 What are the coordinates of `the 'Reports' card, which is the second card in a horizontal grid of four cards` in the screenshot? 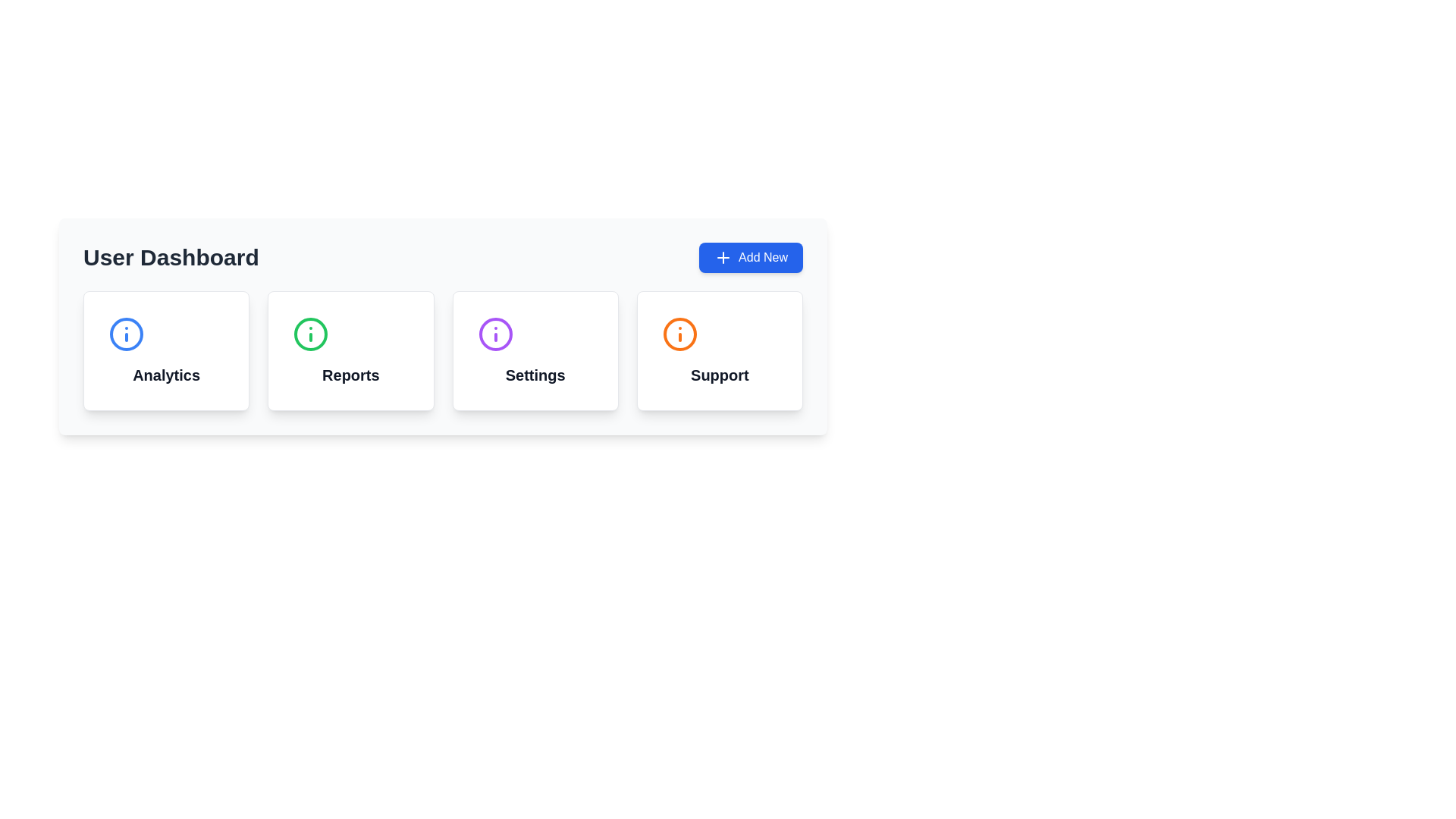 It's located at (350, 350).